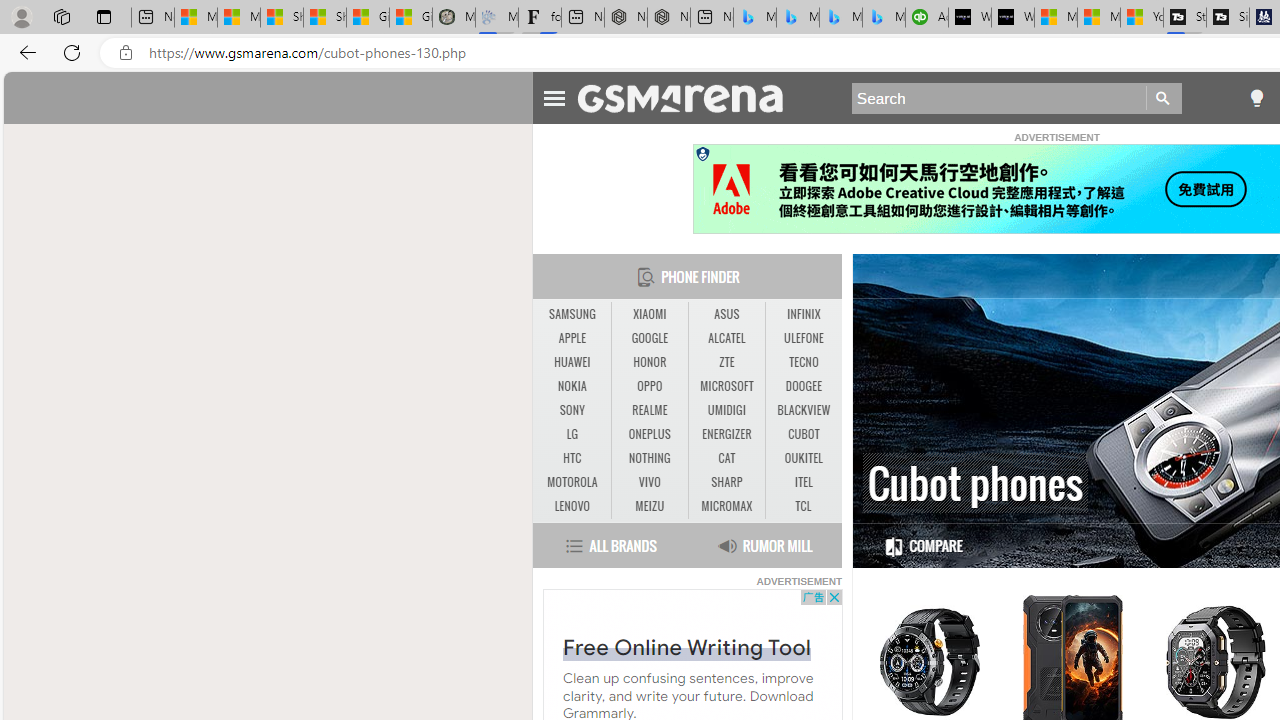 The width and height of the screenshot is (1280, 720). I want to click on 'APPLE', so click(571, 337).